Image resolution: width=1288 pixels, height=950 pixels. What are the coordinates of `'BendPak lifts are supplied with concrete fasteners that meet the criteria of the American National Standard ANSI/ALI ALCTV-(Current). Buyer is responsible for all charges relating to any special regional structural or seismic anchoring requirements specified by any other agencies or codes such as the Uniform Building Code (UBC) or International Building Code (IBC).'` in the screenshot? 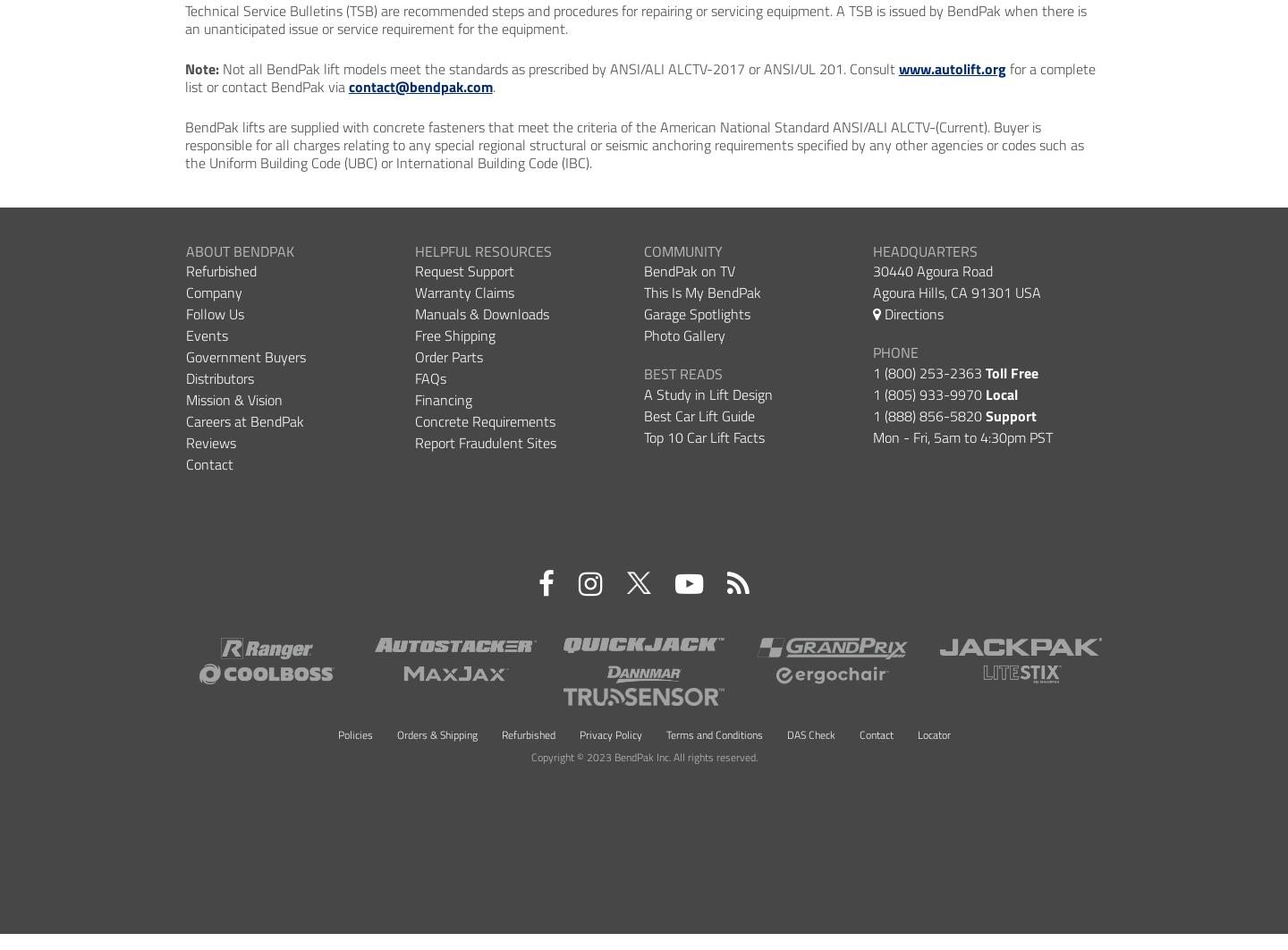 It's located at (633, 144).